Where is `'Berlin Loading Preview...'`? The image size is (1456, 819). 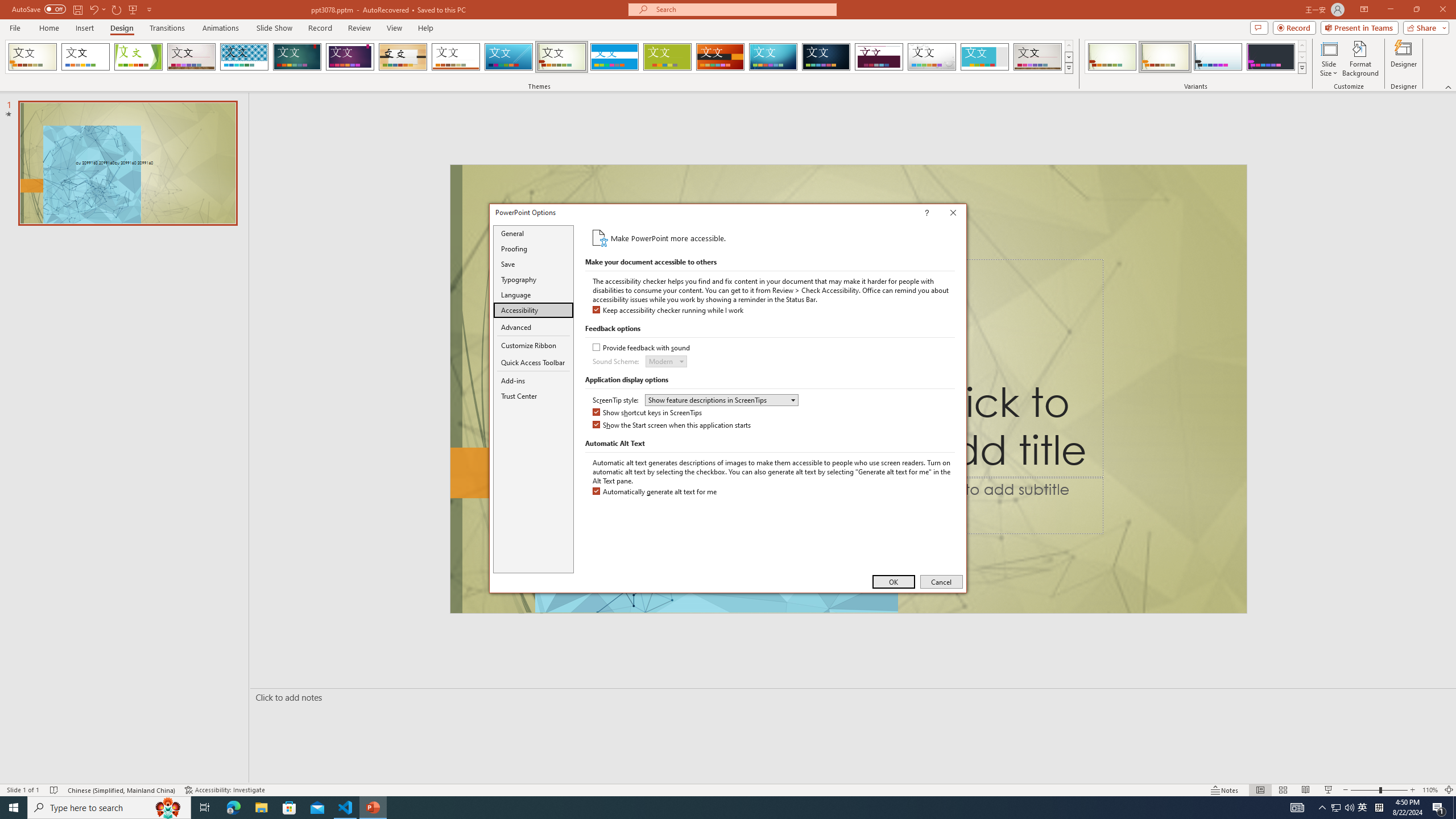
'Berlin Loading Preview...' is located at coordinates (721, 56).